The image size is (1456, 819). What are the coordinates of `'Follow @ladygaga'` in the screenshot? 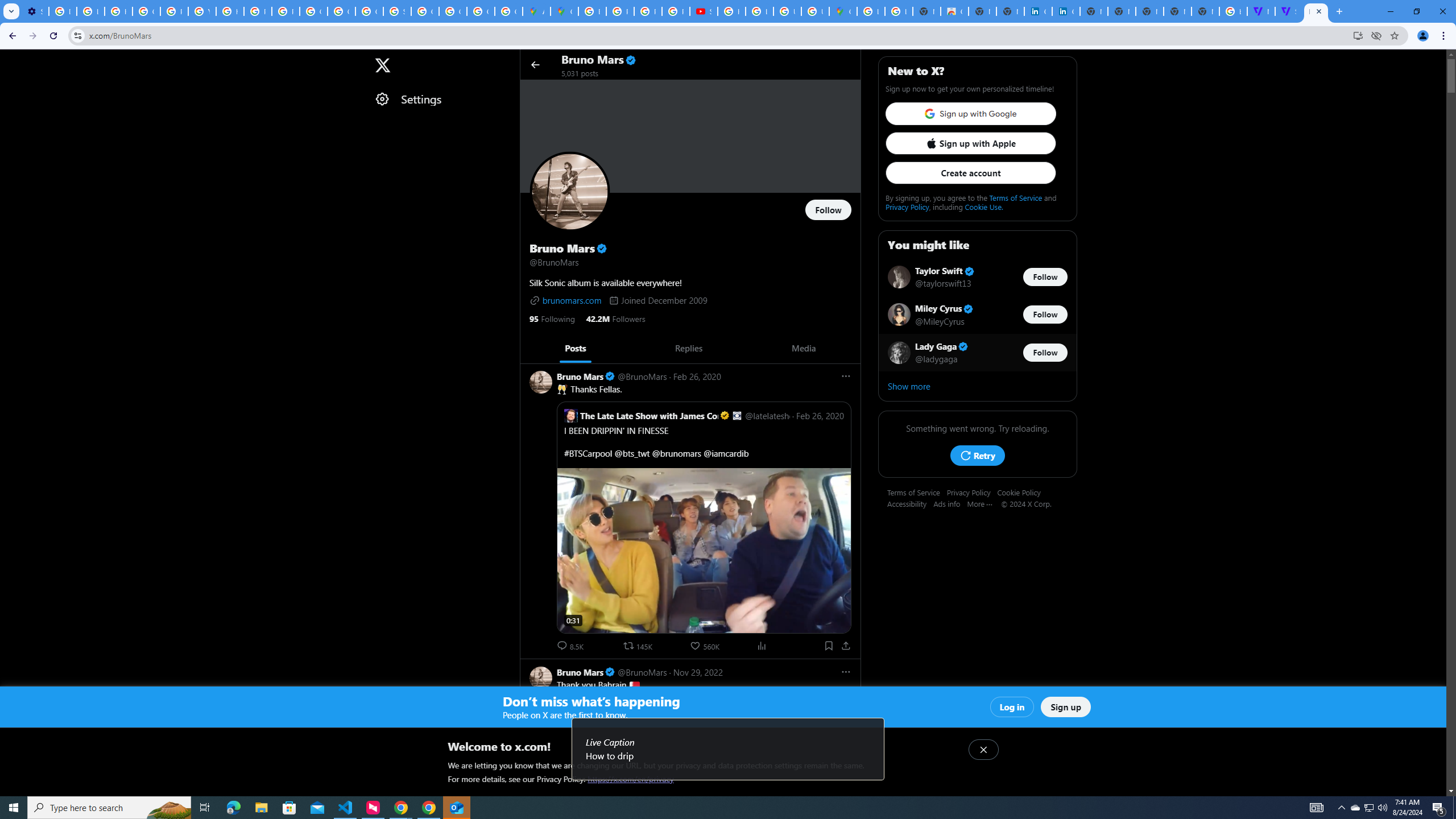 It's located at (1045, 351).